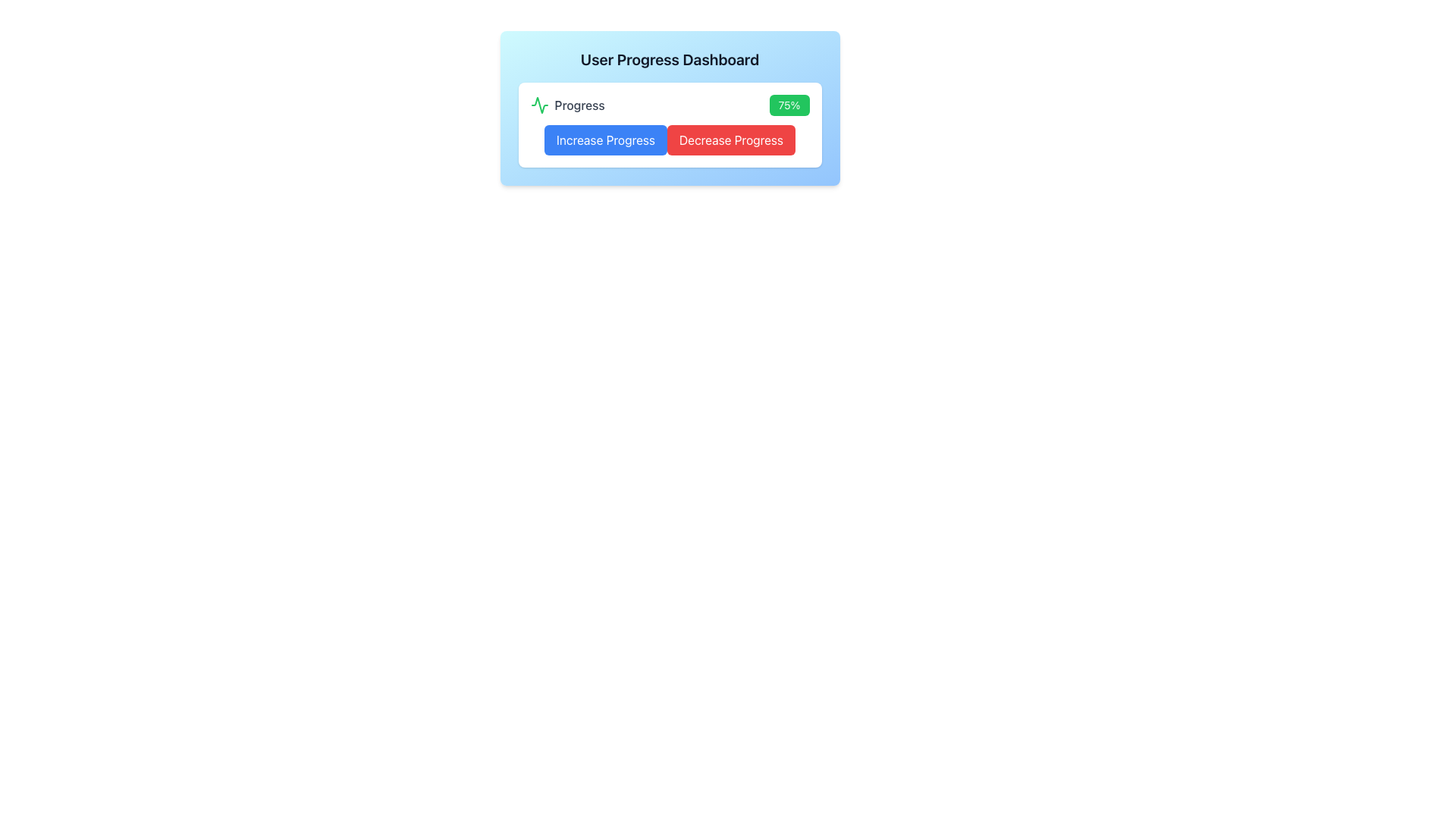  What do you see at coordinates (789, 104) in the screenshot?
I see `text content of the Badge displaying the percentage value for progress, located to the far right of the progress section and labeled 'Progress' to its left` at bounding box center [789, 104].